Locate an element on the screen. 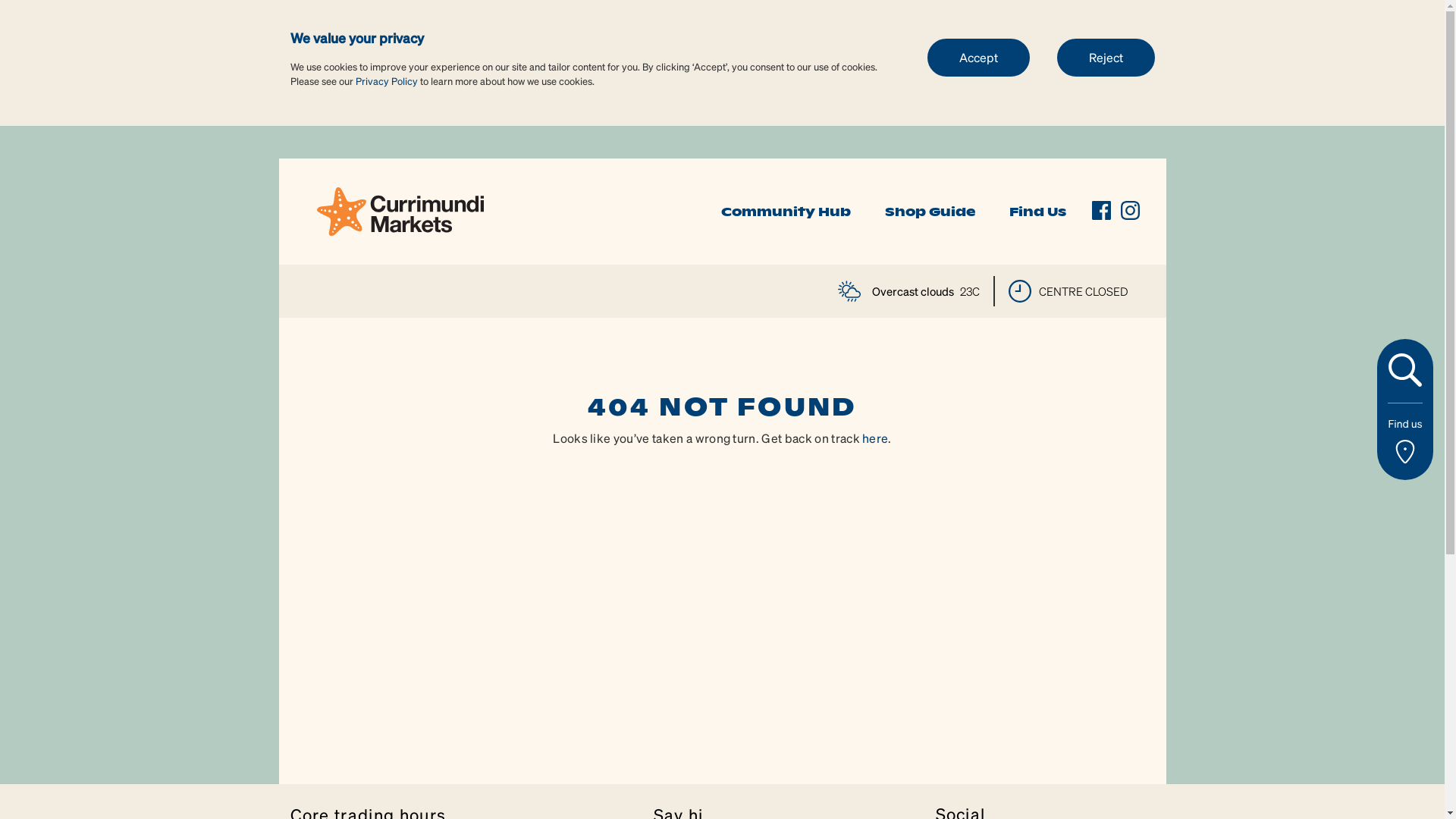 This screenshot has width=1456, height=819. 'CENTRE CLOSED' is located at coordinates (1068, 291).